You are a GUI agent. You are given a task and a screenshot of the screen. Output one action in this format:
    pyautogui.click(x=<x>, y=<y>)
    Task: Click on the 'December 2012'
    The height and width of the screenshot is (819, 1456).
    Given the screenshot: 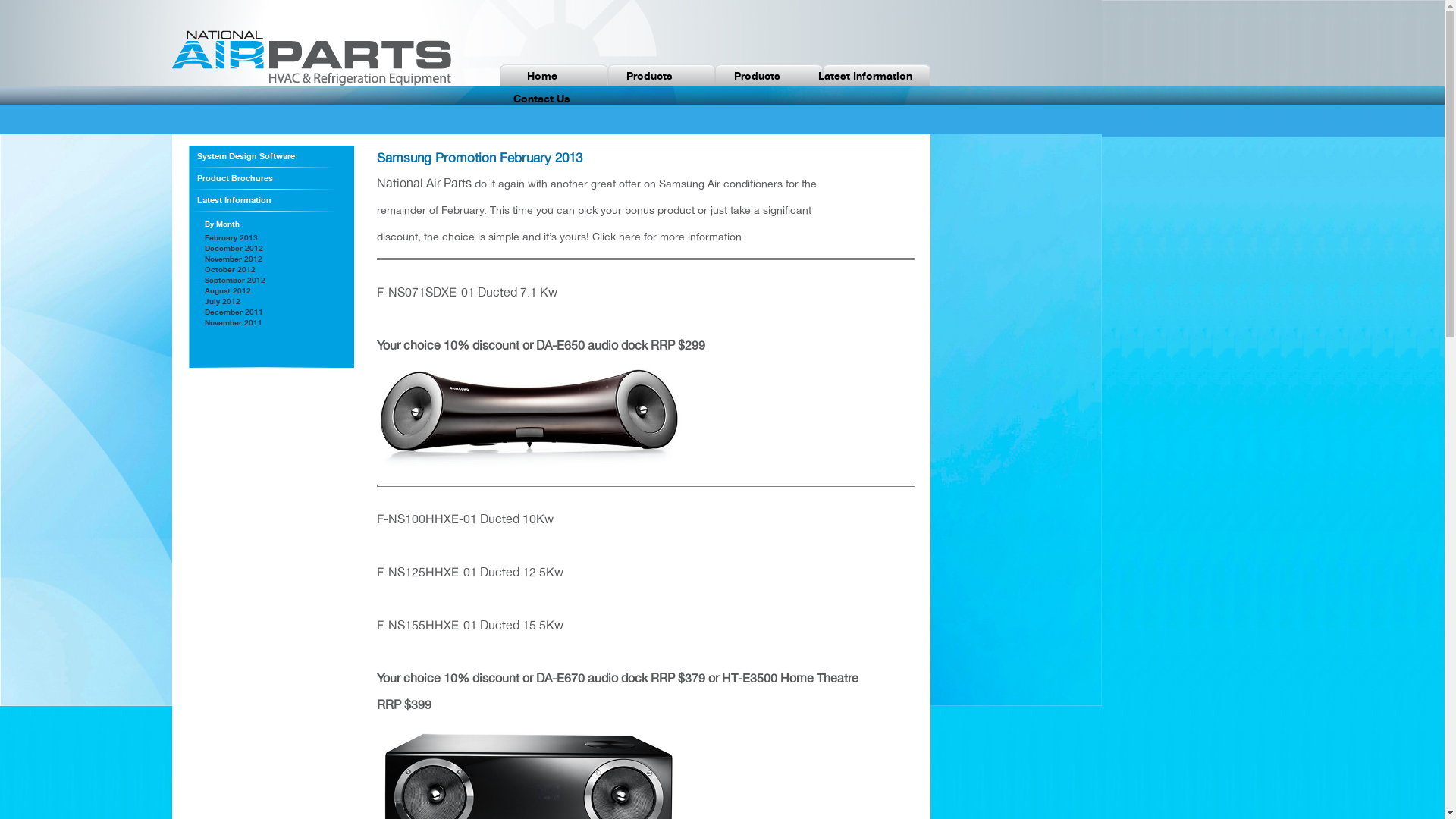 What is the action you would take?
    pyautogui.click(x=203, y=247)
    